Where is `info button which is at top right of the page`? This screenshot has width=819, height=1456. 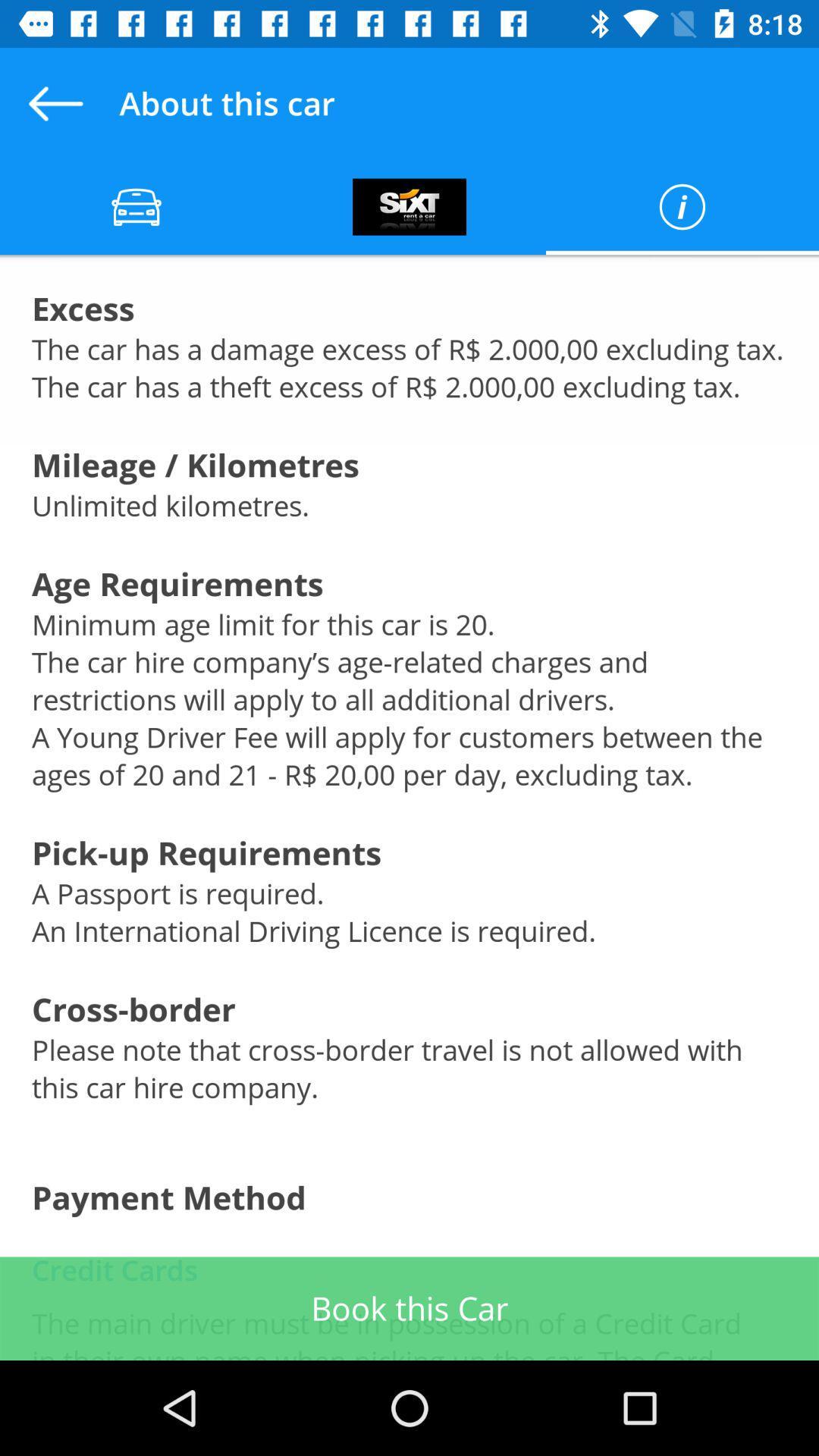 info button which is at top right of the page is located at coordinates (681, 206).